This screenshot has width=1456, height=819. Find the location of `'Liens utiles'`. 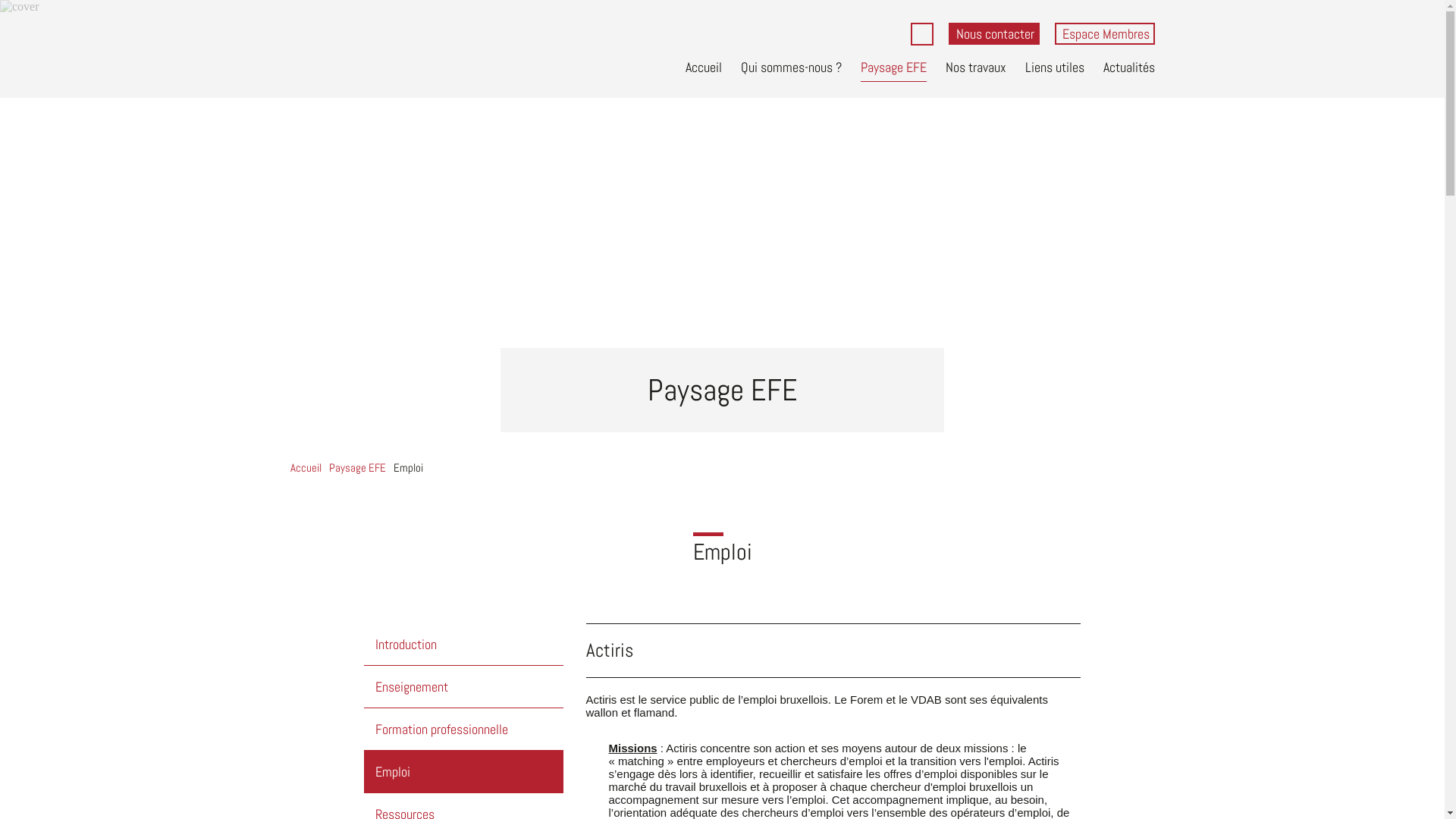

'Liens utiles' is located at coordinates (1054, 62).